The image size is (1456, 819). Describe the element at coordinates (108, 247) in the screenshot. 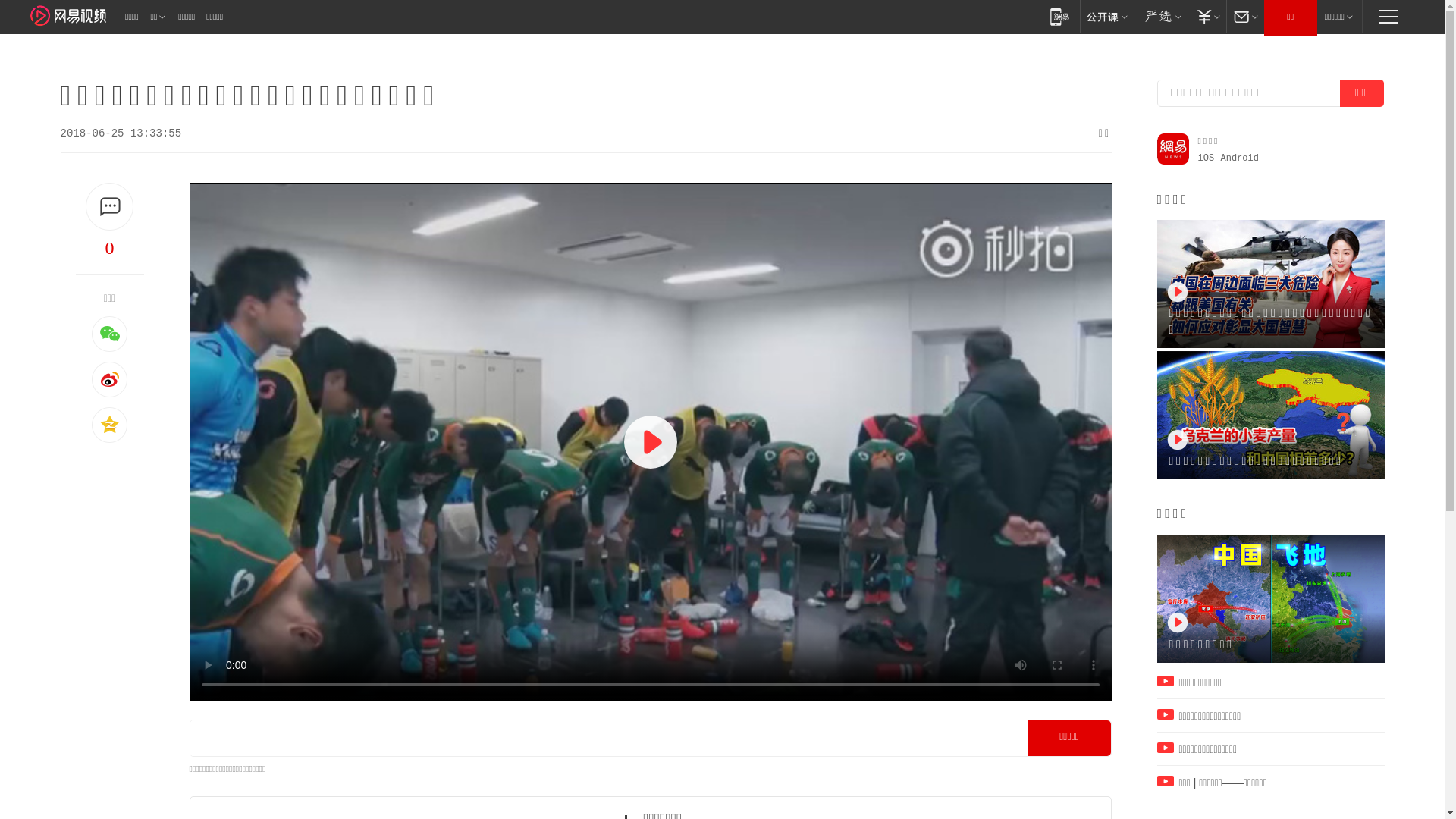

I see `'0'` at that location.